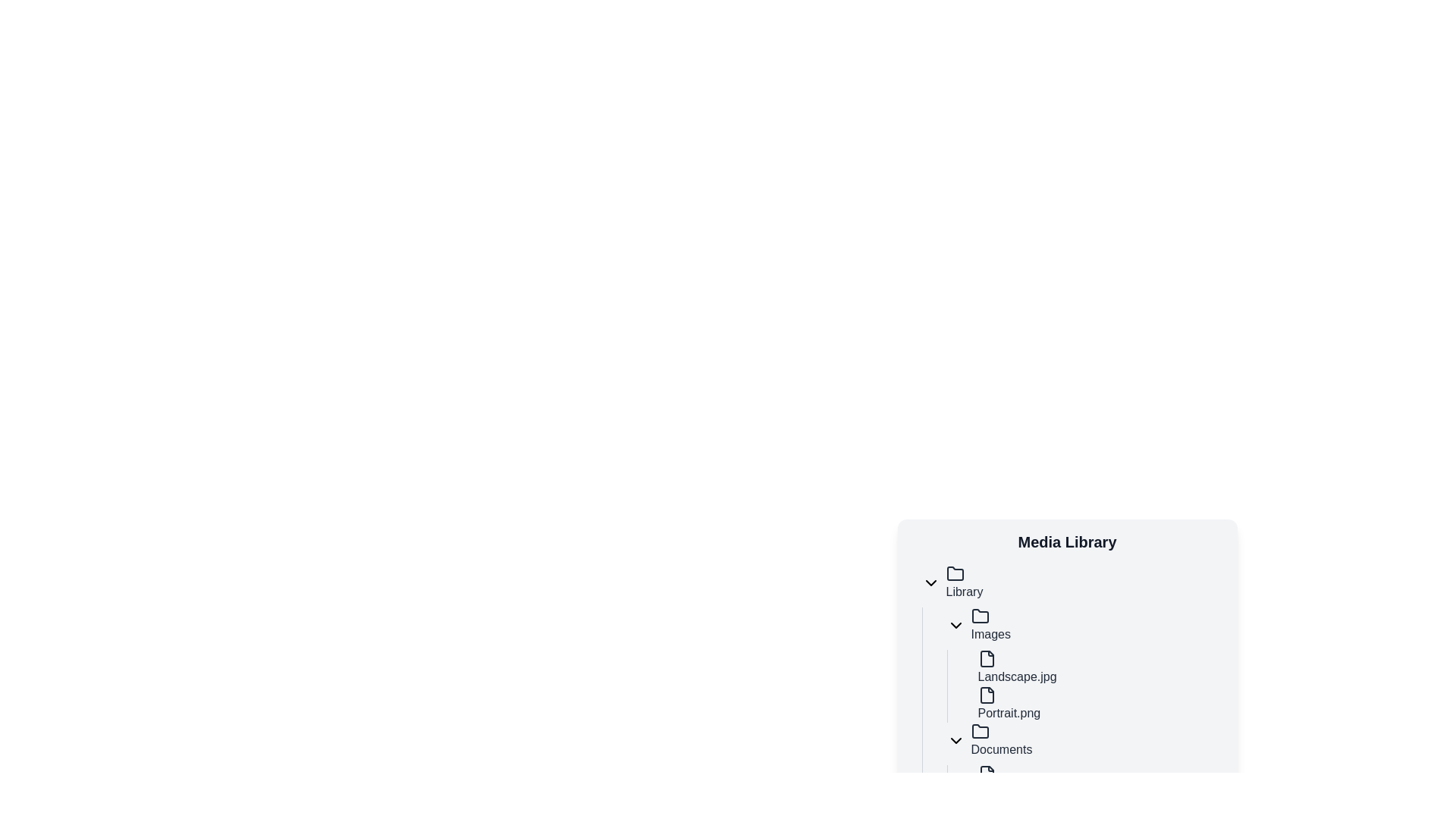 This screenshot has height=819, width=1456. I want to click on the folder icon in the media library interface, which is a minimalist graphical depiction of a folder adjacent to the text 'Library', so click(954, 573).